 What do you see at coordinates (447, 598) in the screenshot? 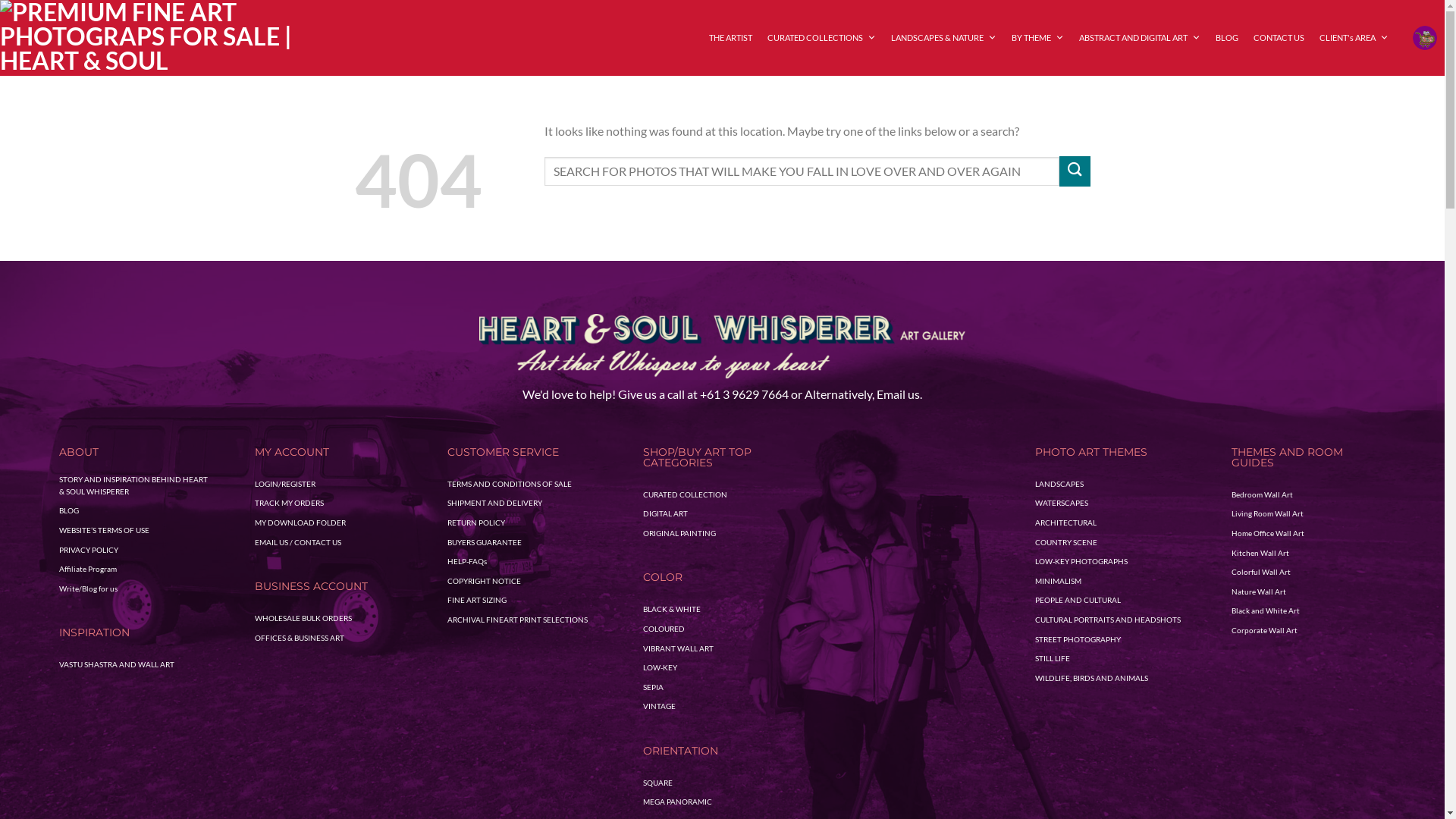
I see `'FINE ART SIZING'` at bounding box center [447, 598].